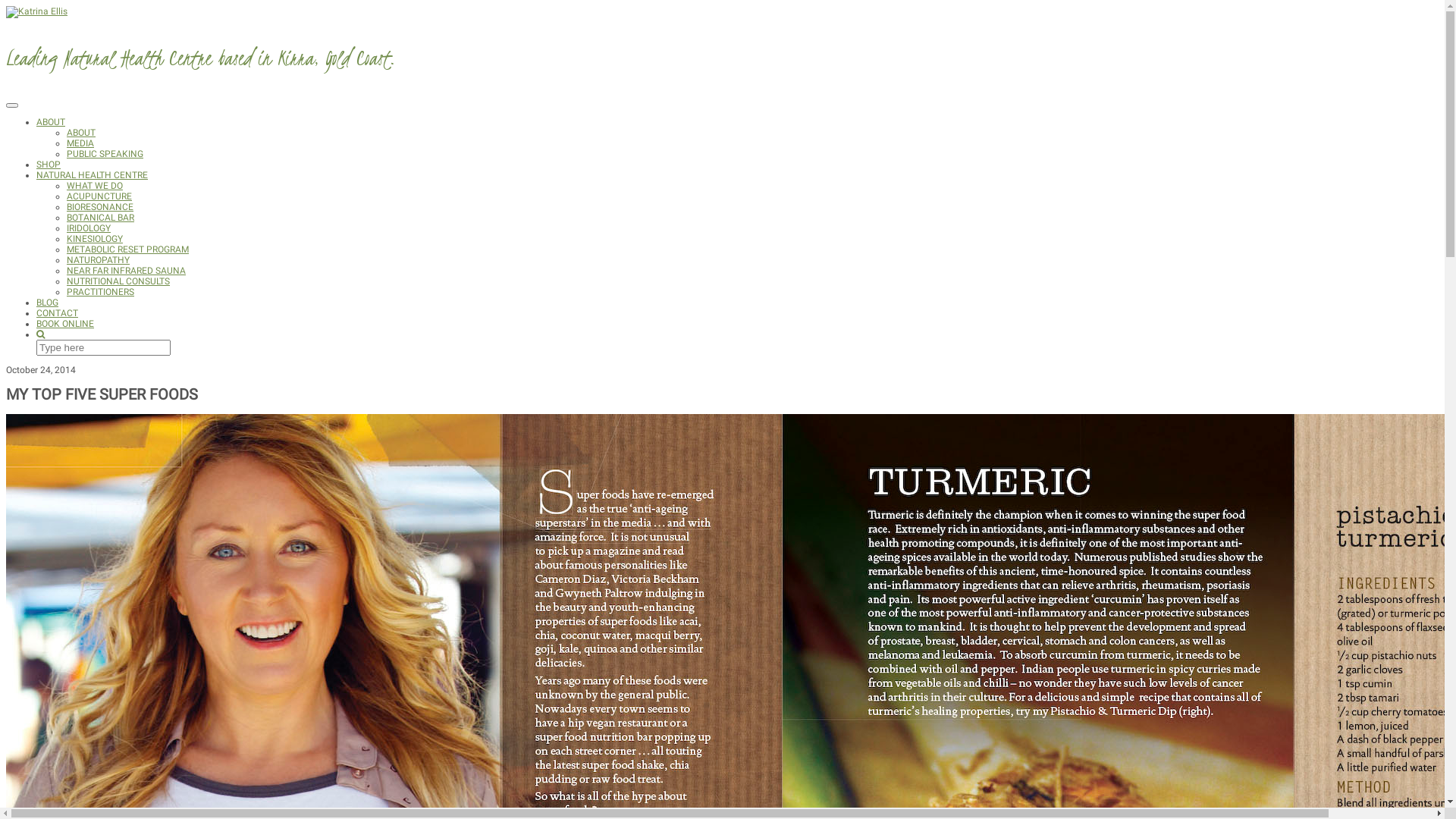 The width and height of the screenshot is (1456, 819). I want to click on 'NUTRITIONAL CONSULTS', so click(118, 281).